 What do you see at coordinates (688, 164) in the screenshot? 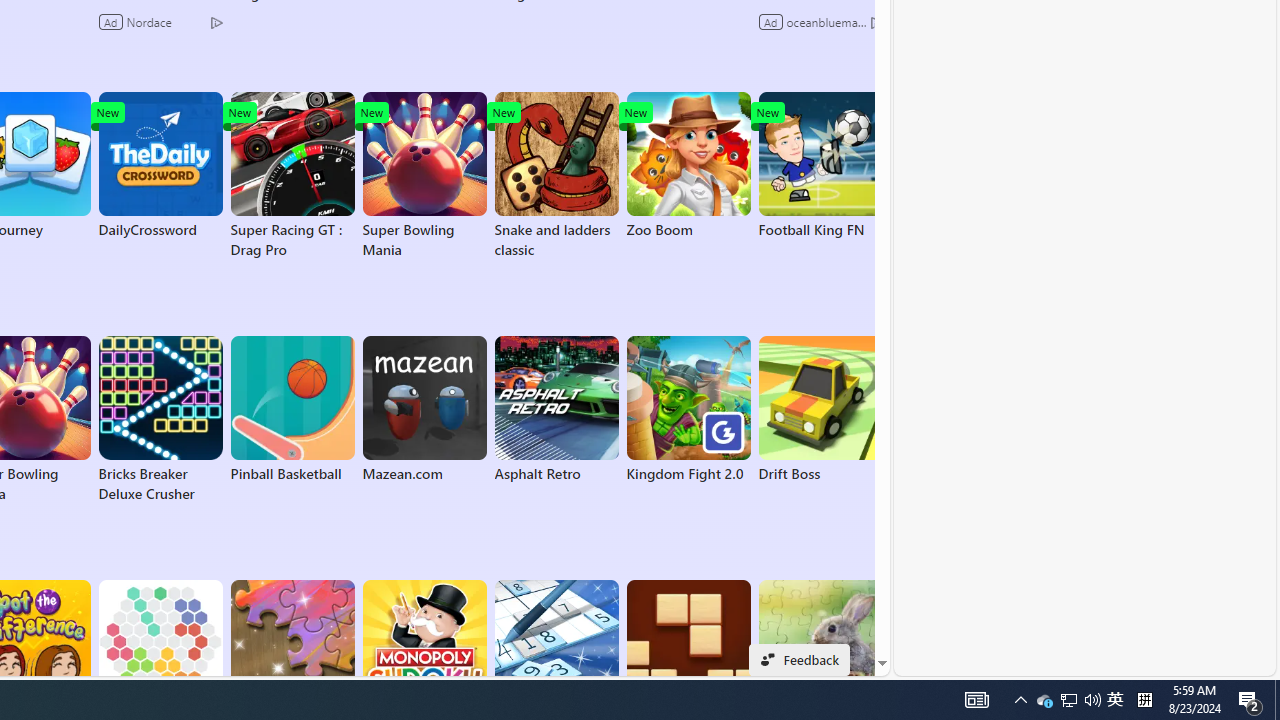
I see `'Zoo Boom'` at bounding box center [688, 164].